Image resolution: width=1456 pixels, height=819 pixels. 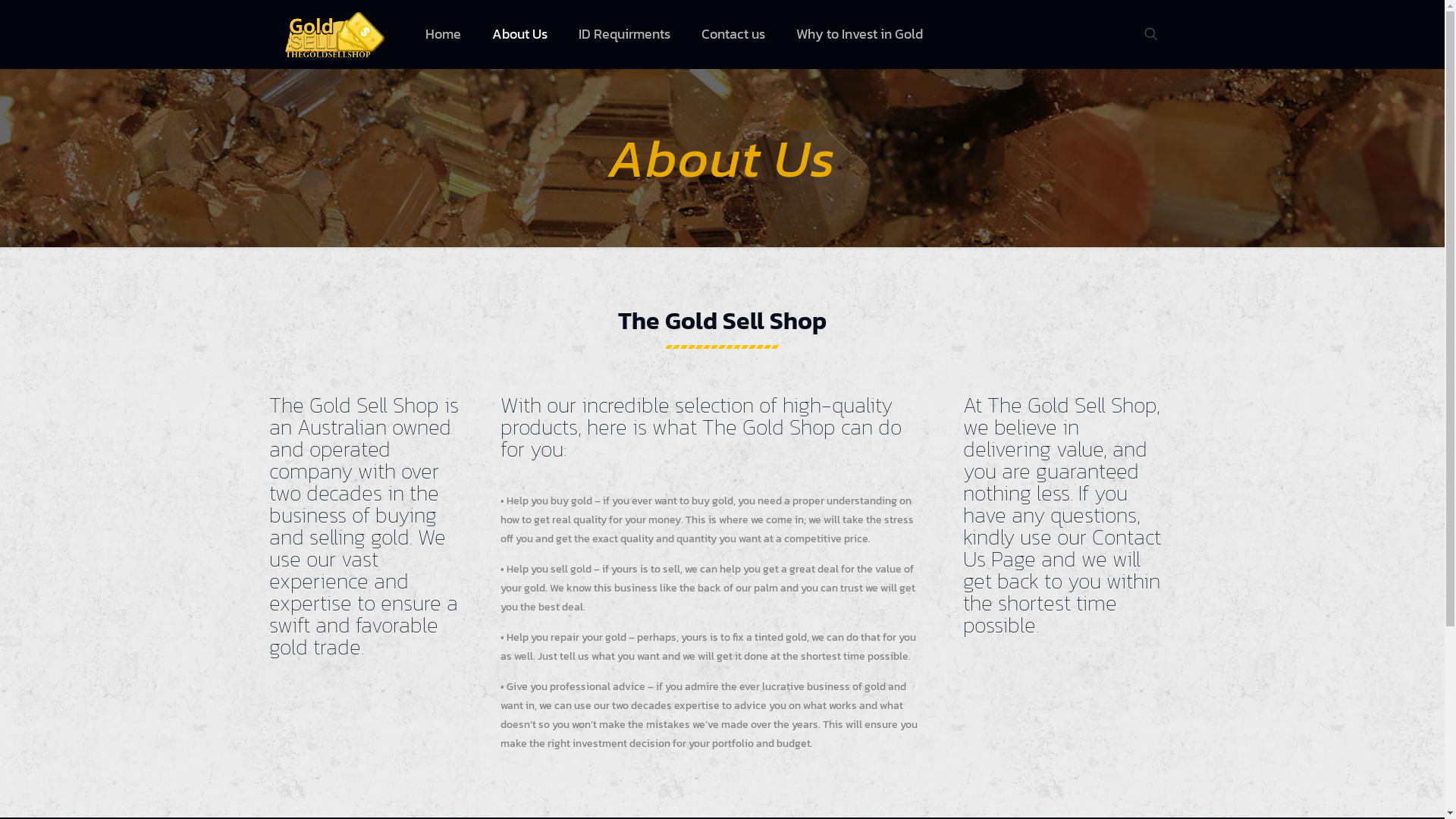 What do you see at coordinates (733, 34) in the screenshot?
I see `'Contact us'` at bounding box center [733, 34].